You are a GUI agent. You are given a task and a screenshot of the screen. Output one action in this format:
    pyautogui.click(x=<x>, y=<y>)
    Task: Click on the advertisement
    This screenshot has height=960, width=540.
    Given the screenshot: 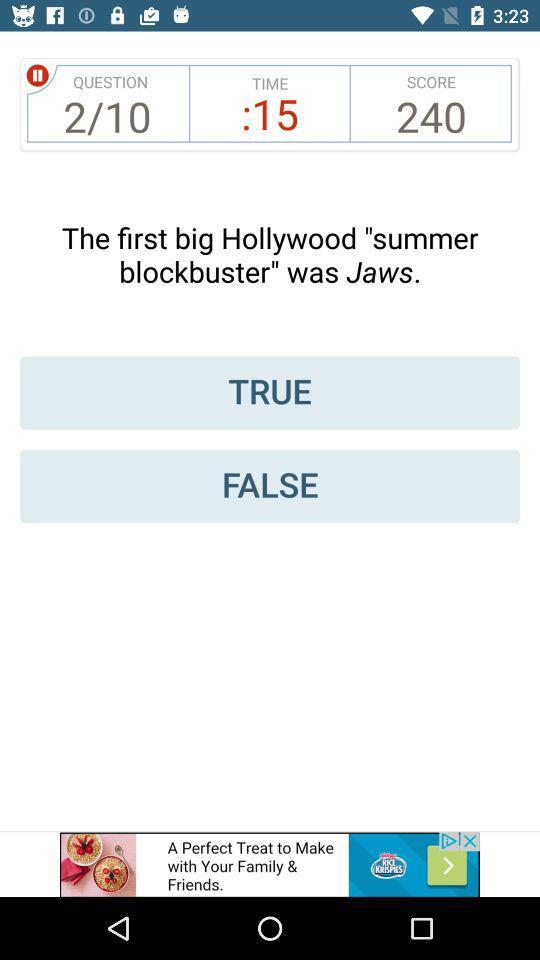 What is the action you would take?
    pyautogui.click(x=270, y=863)
    